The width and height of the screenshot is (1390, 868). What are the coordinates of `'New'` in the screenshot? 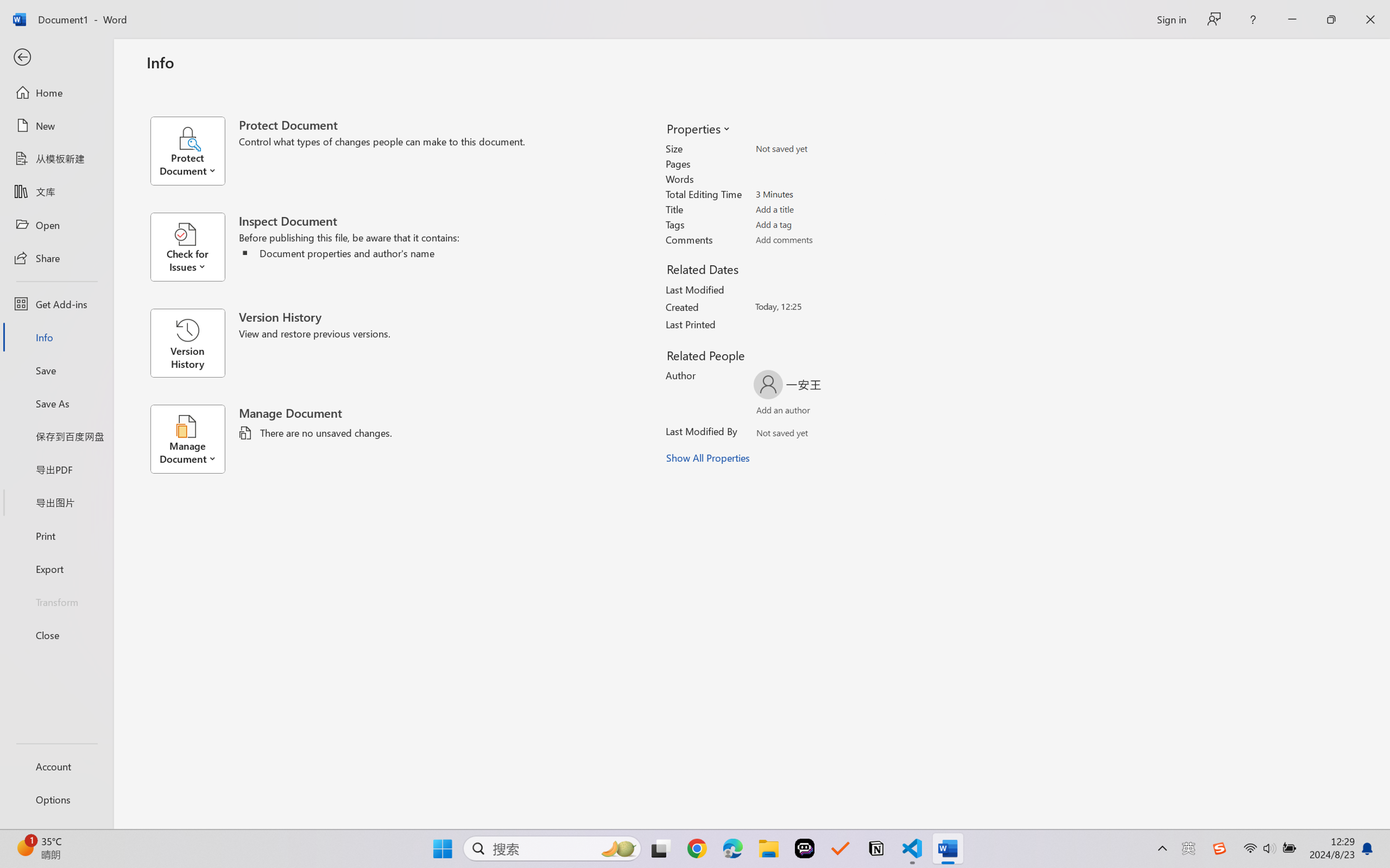 It's located at (56, 125).